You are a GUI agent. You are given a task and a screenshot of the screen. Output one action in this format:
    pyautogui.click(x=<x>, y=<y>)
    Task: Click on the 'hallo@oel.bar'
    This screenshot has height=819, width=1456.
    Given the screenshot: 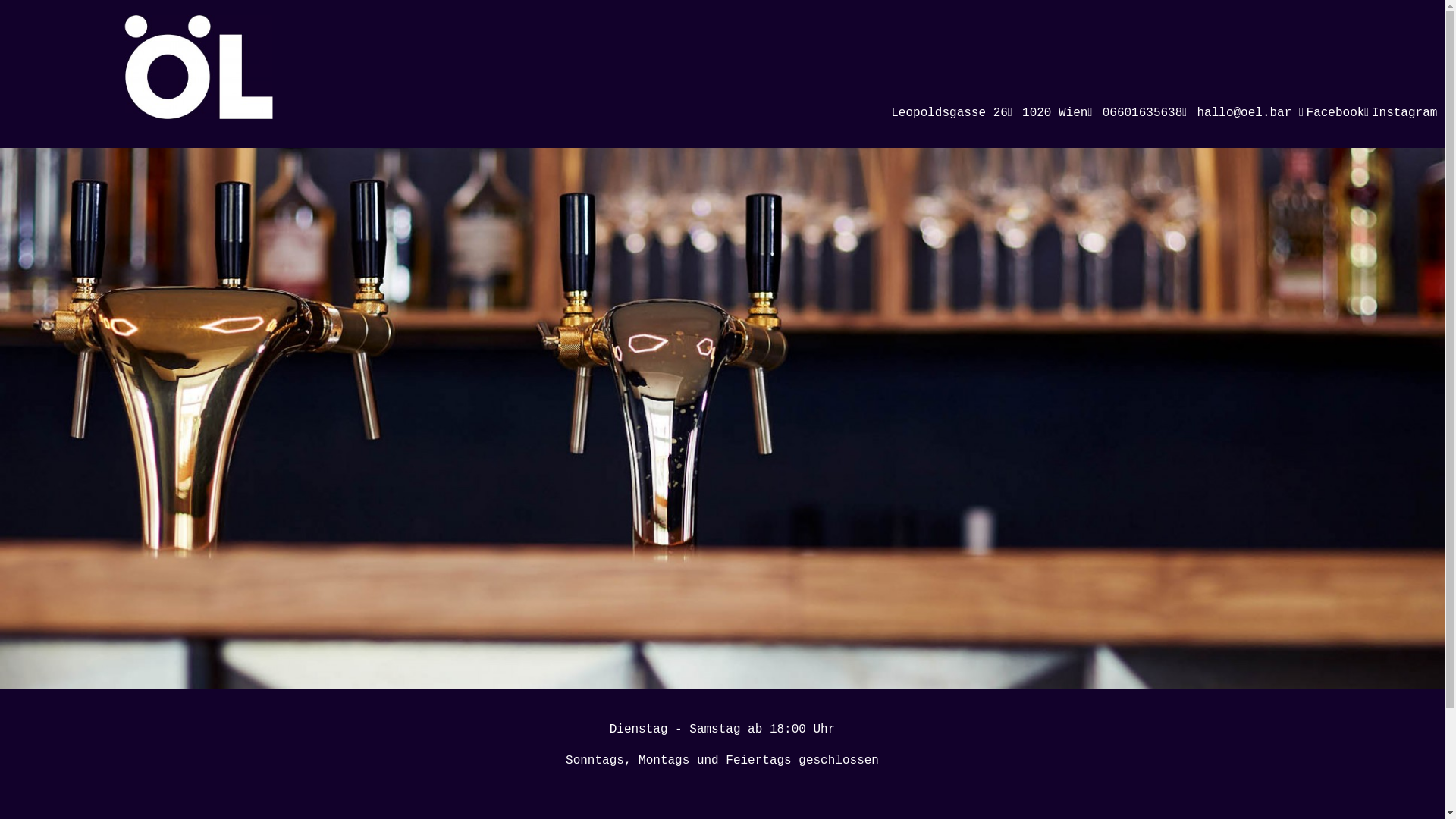 What is the action you would take?
    pyautogui.click(x=1247, y=112)
    